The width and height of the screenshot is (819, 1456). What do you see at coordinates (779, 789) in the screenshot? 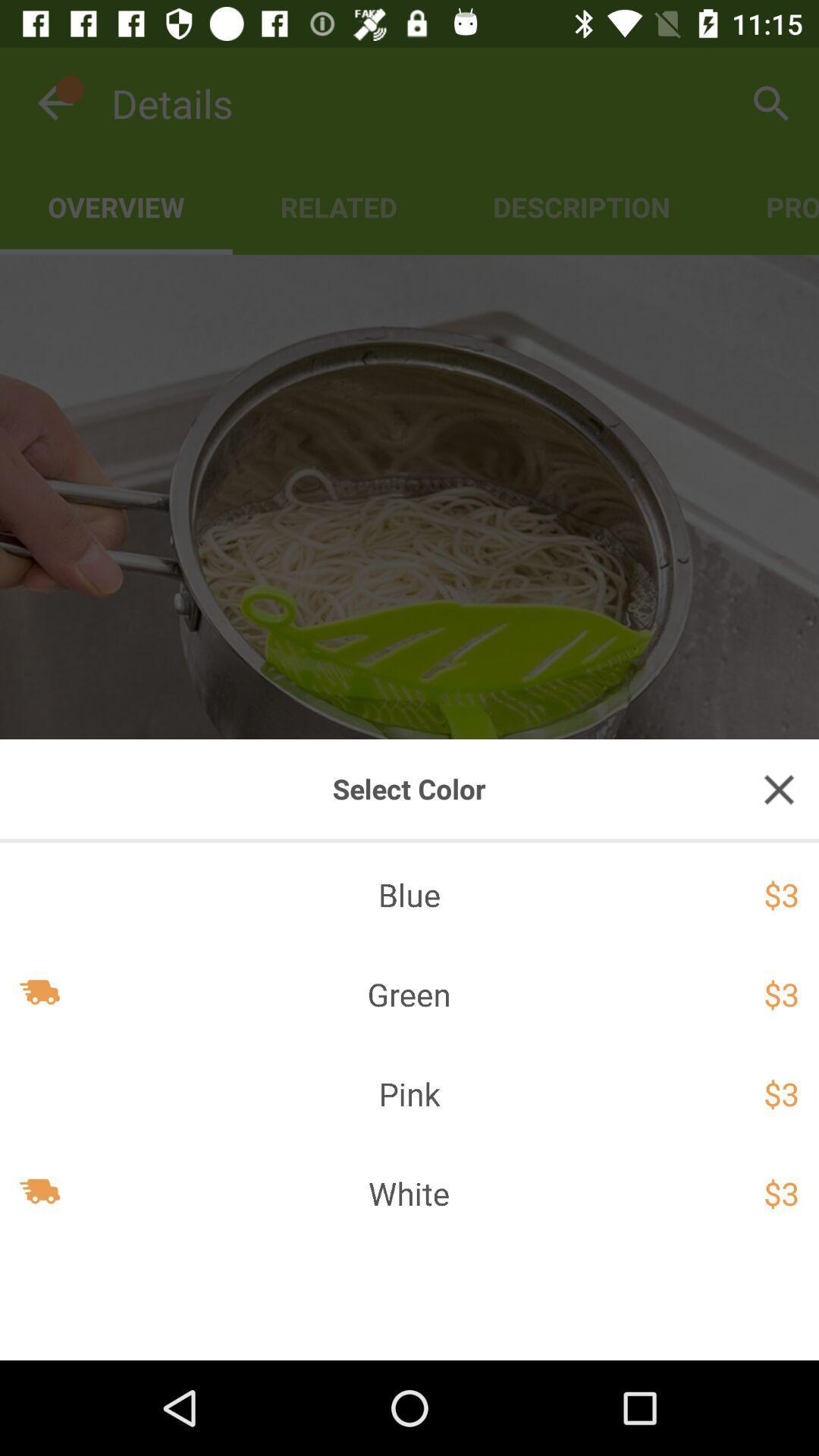
I see `close` at bounding box center [779, 789].